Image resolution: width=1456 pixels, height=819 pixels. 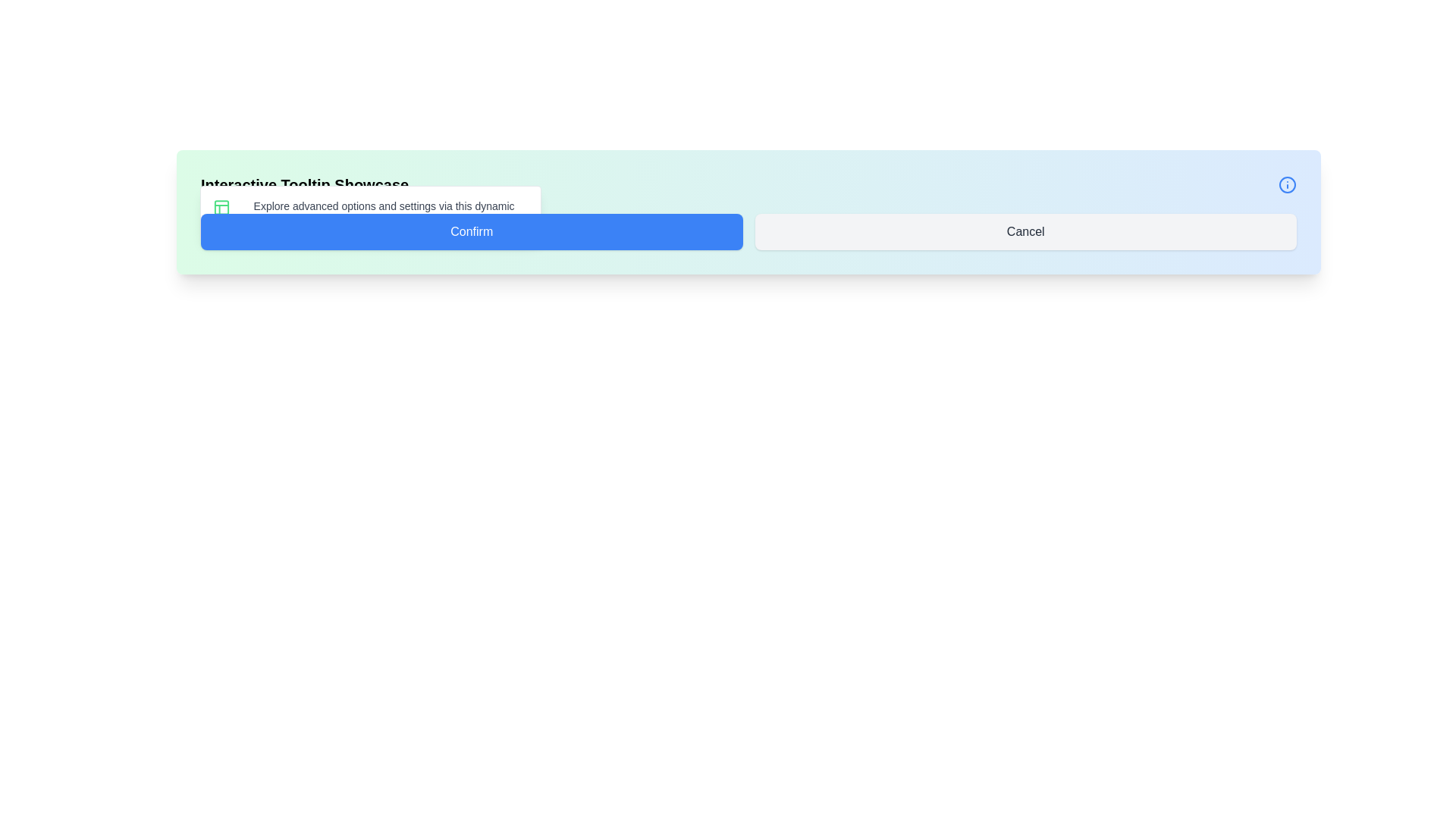 What do you see at coordinates (371, 213) in the screenshot?
I see `the descriptive text element that provides guidance about the options or settings feature, located above the 'Confirm' button and adjacent to an icon` at bounding box center [371, 213].